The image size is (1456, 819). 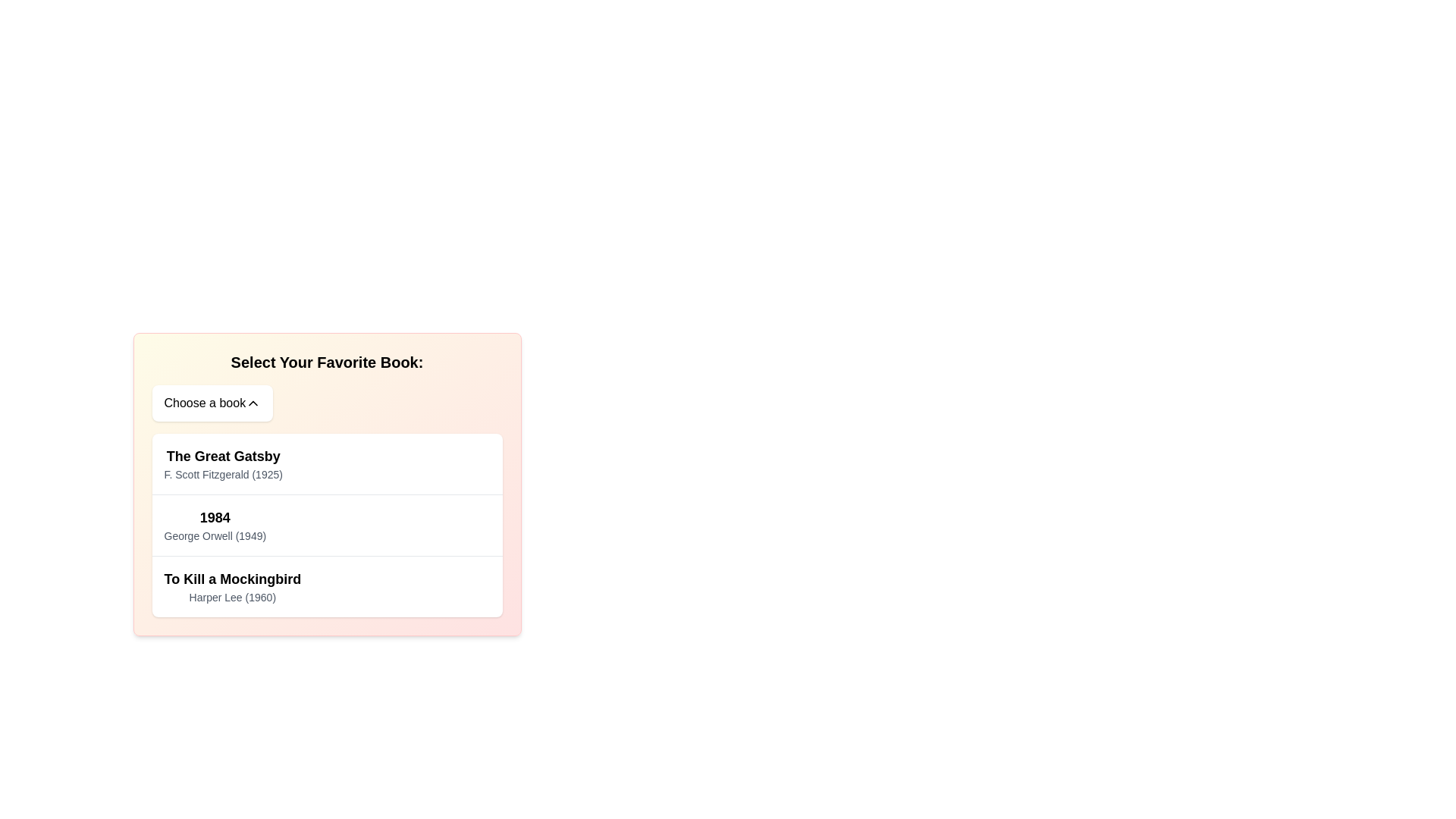 What do you see at coordinates (222, 473) in the screenshot?
I see `the text displaying the author and publication year 'F. Scott Fitzgerald (1925)', which is styled in a smaller gray font and positioned directly below the title 'The Great Gatsby'` at bounding box center [222, 473].